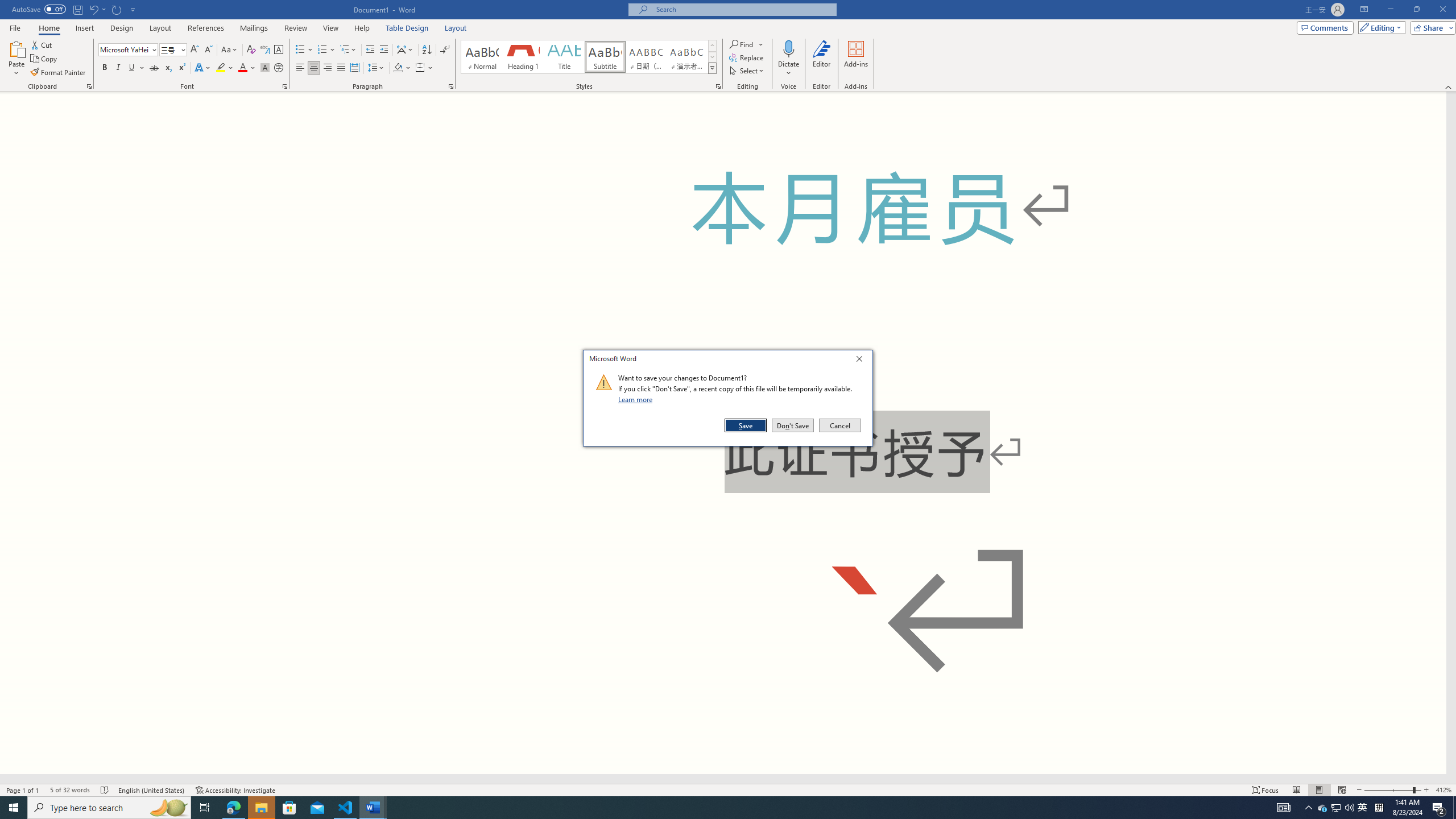  What do you see at coordinates (327, 67) in the screenshot?
I see `'Align Right'` at bounding box center [327, 67].